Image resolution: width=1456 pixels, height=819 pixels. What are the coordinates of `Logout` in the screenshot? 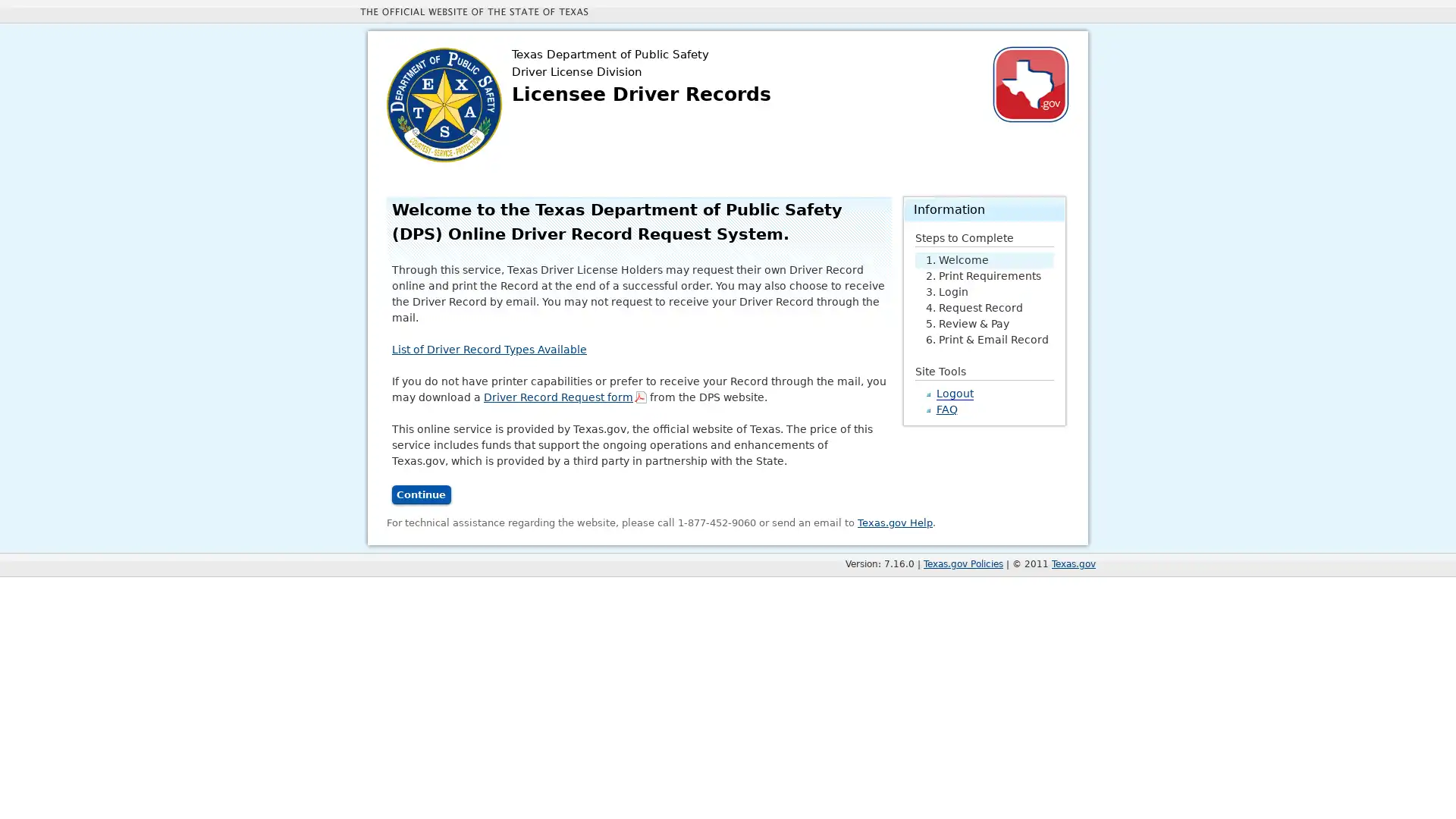 It's located at (953, 392).